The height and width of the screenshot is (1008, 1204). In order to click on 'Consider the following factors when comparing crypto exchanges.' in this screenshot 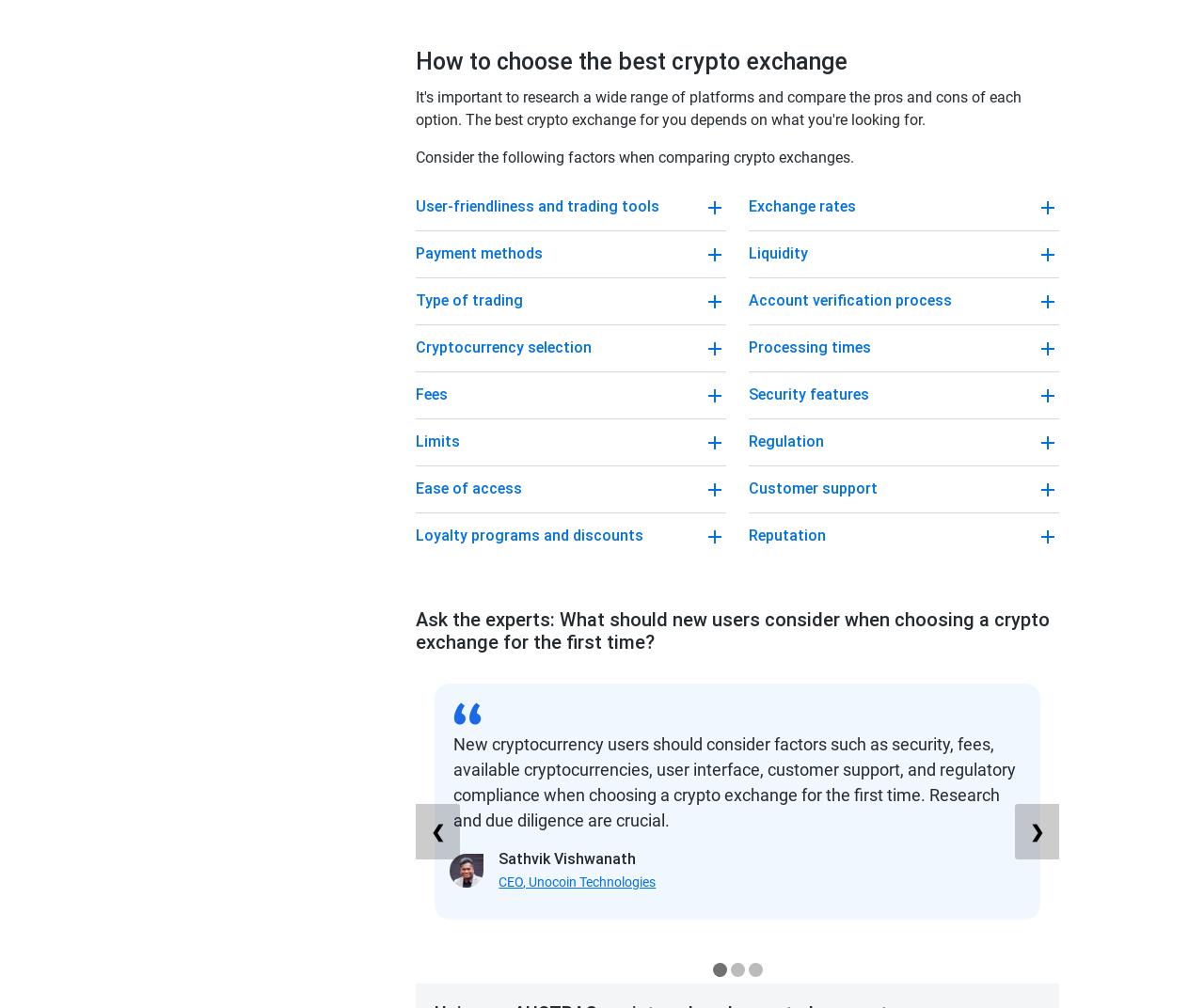, I will do `click(634, 156)`.